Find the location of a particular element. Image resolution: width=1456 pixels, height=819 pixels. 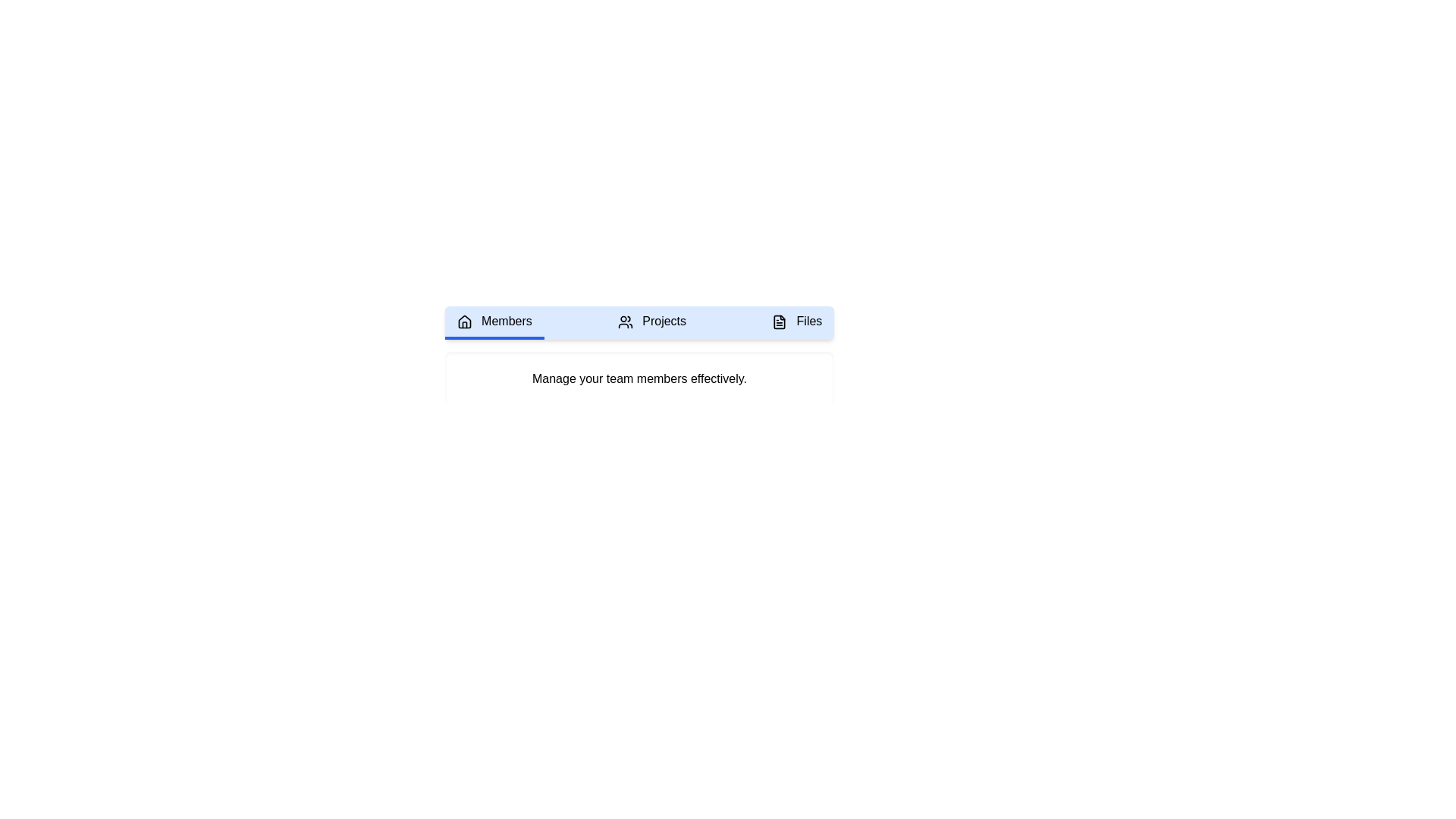

the icon resembling a group of people in the 'Projects' tab of the navigation menu is located at coordinates (625, 321).